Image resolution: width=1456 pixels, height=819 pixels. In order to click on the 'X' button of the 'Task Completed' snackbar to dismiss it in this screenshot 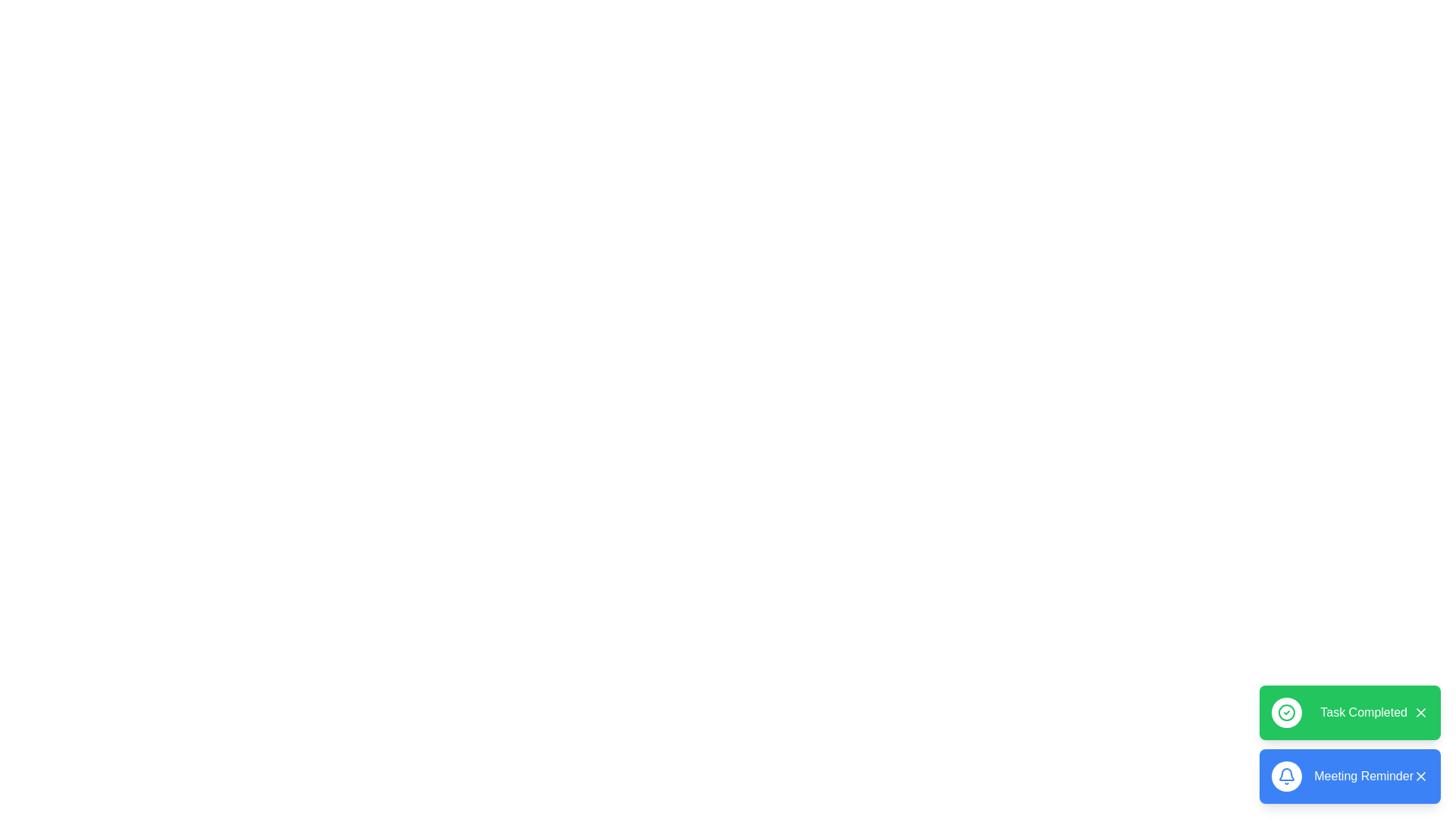, I will do `click(1420, 713)`.